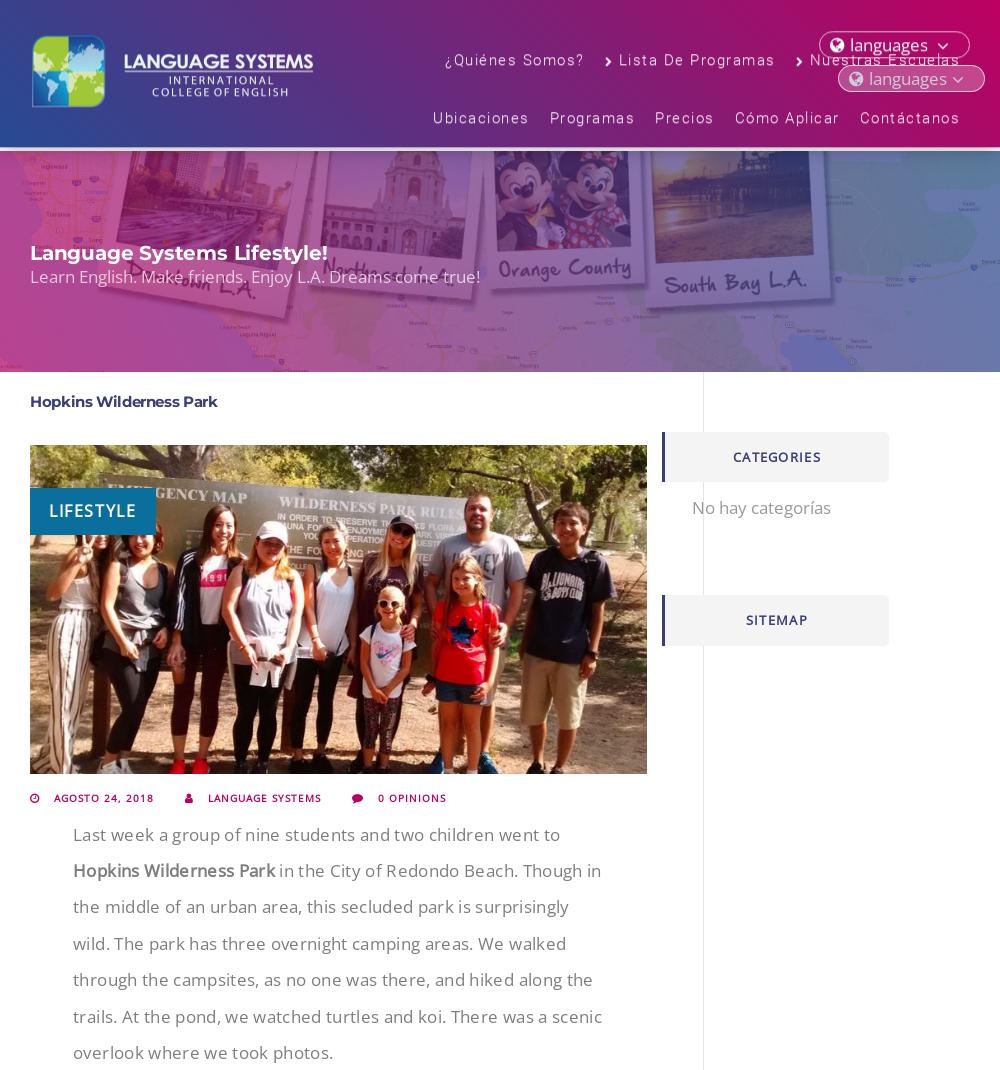 The width and height of the screenshot is (1000, 1070). What do you see at coordinates (514, 62) in the screenshot?
I see `'¿Quiénes somos?'` at bounding box center [514, 62].